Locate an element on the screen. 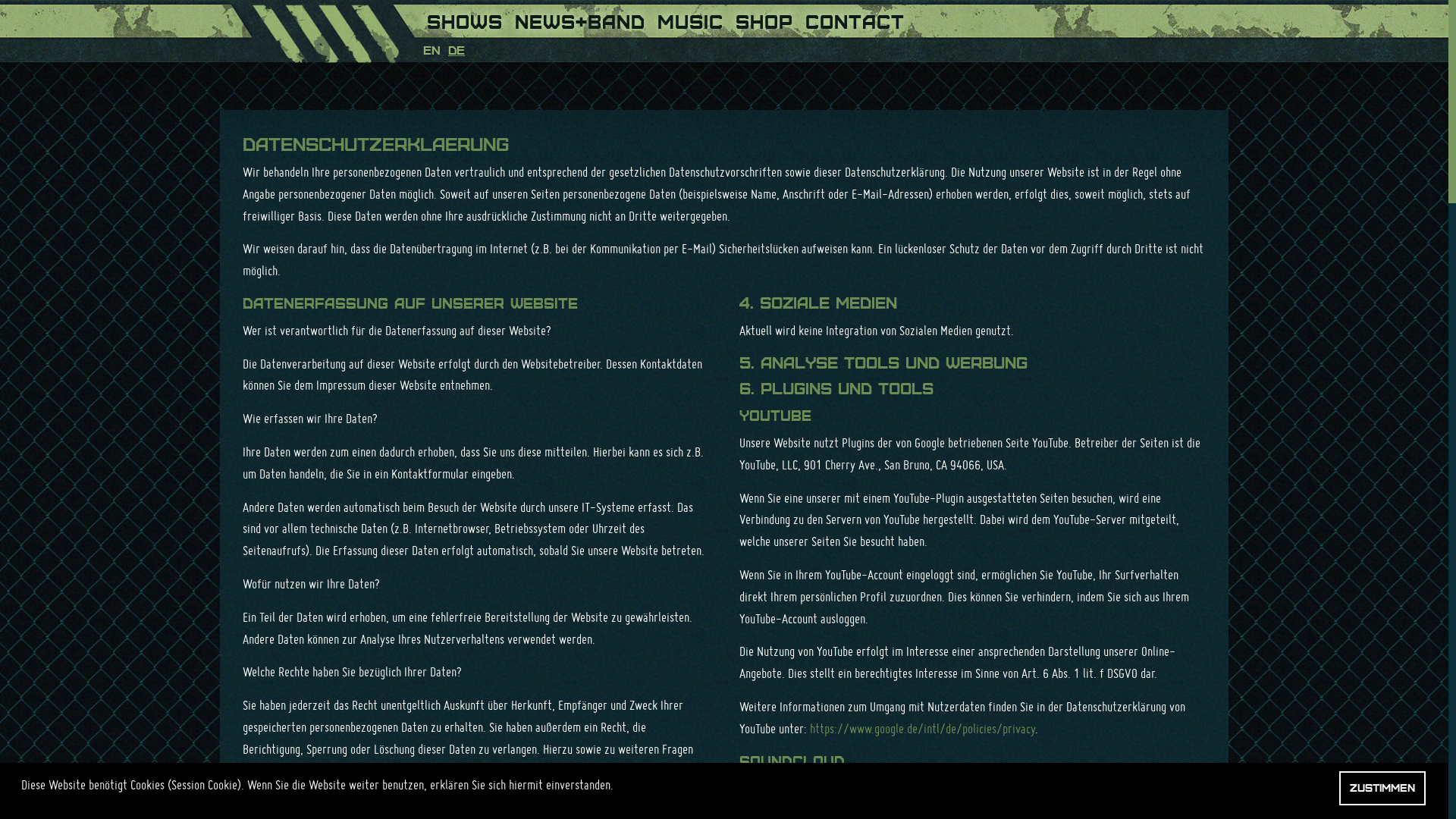 The image size is (1456, 819). 'MUSIC' is located at coordinates (689, 18).